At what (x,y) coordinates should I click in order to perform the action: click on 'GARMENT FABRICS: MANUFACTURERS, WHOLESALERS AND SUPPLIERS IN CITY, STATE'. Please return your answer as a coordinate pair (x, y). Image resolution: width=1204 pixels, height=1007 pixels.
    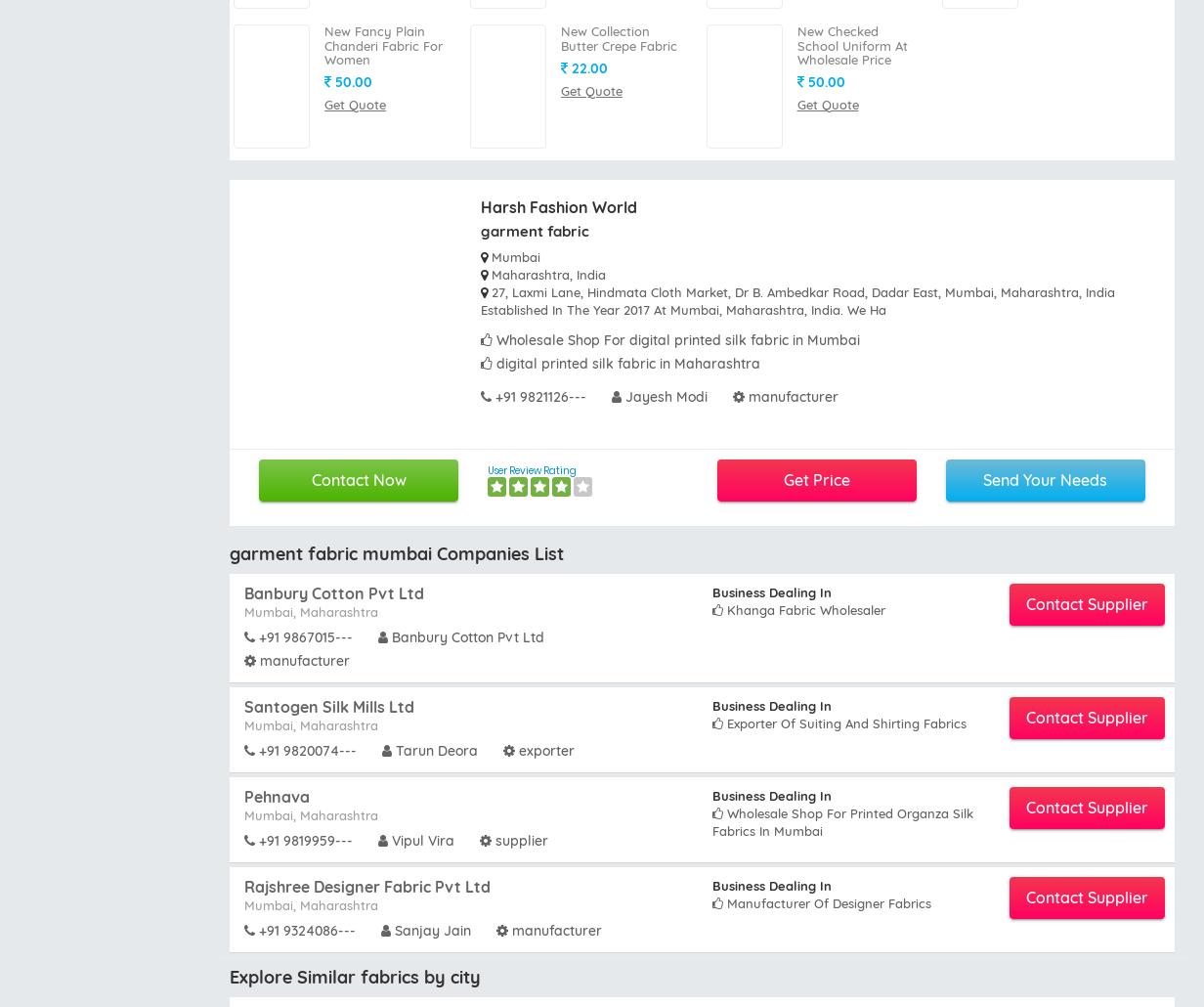
    Looking at the image, I should click on (229, 625).